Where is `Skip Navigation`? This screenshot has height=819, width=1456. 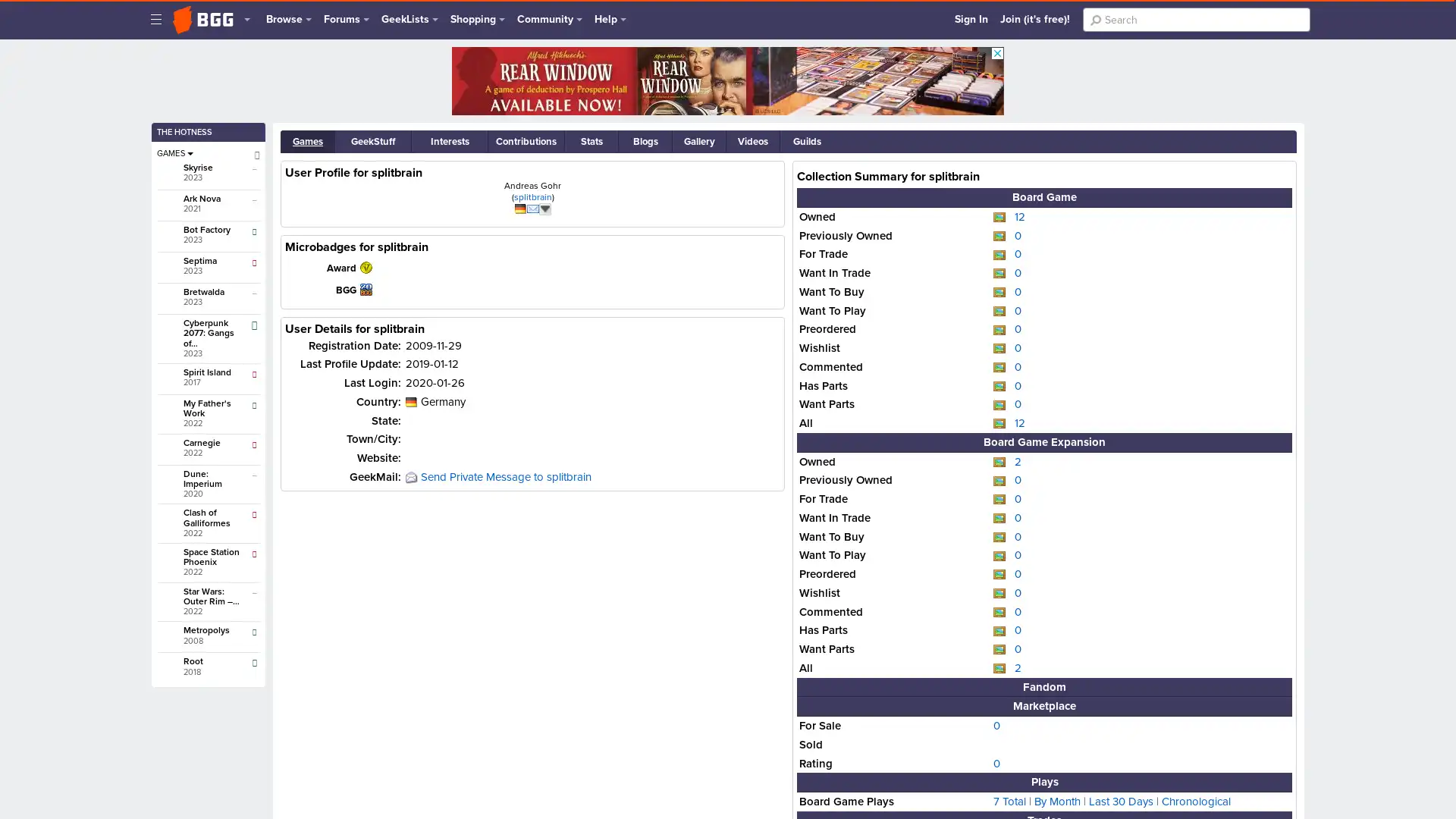
Skip Navigation is located at coordinates (160, 10).